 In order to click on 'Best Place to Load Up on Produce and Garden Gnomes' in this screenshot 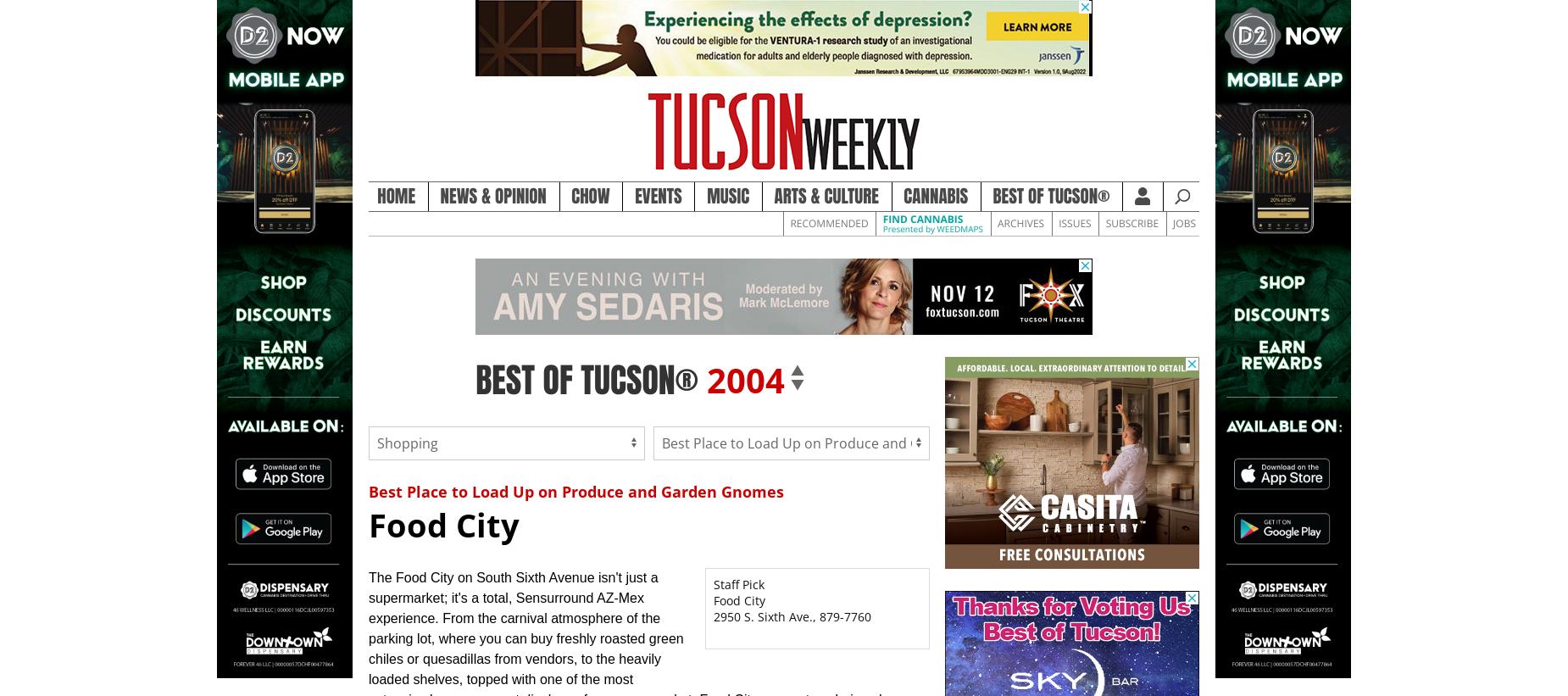, I will do `click(576, 489)`.